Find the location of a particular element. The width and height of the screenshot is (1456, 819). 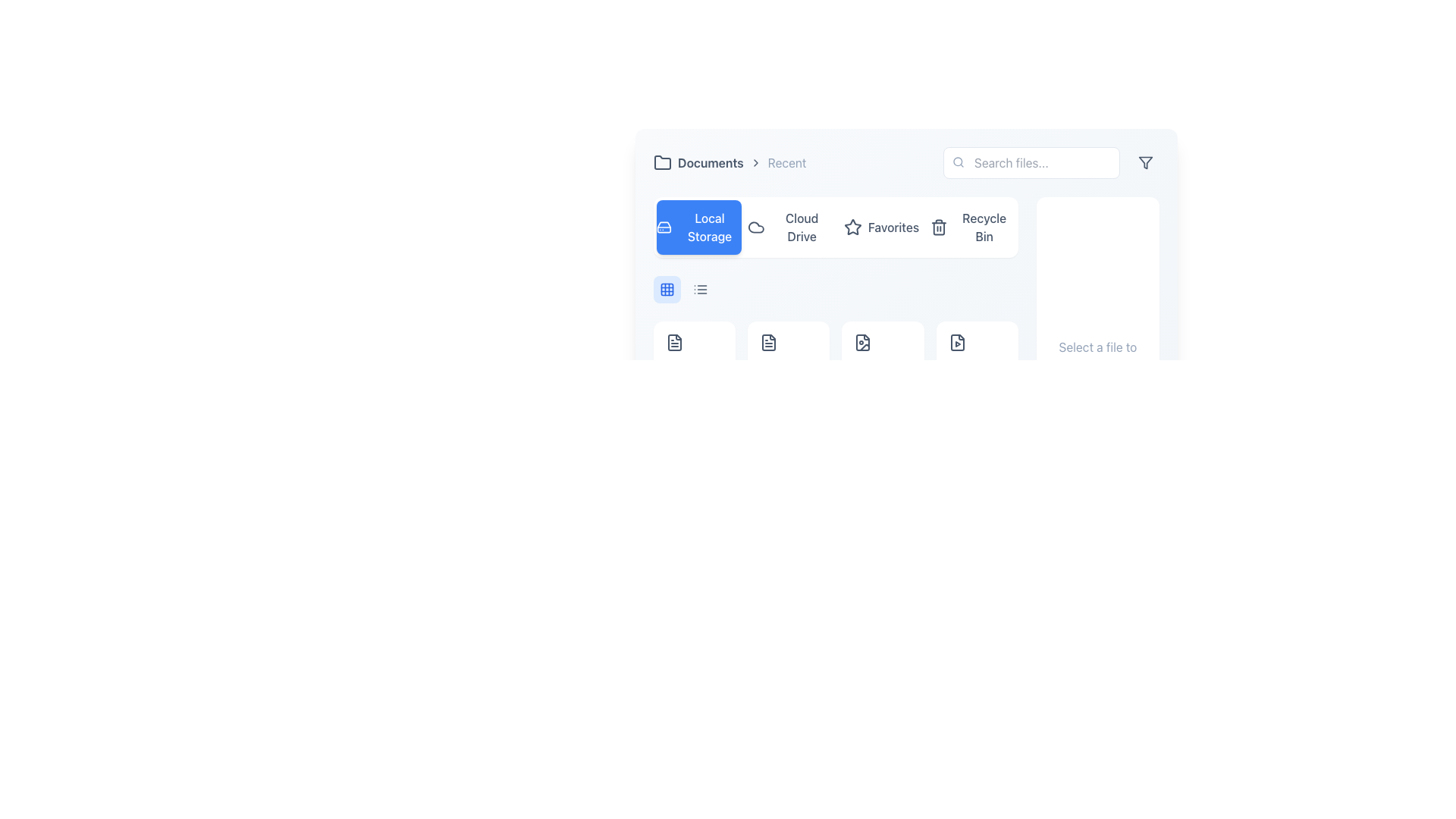

the cloud icon within the 'Cloud Drive' button in the navigation bar is located at coordinates (756, 227).